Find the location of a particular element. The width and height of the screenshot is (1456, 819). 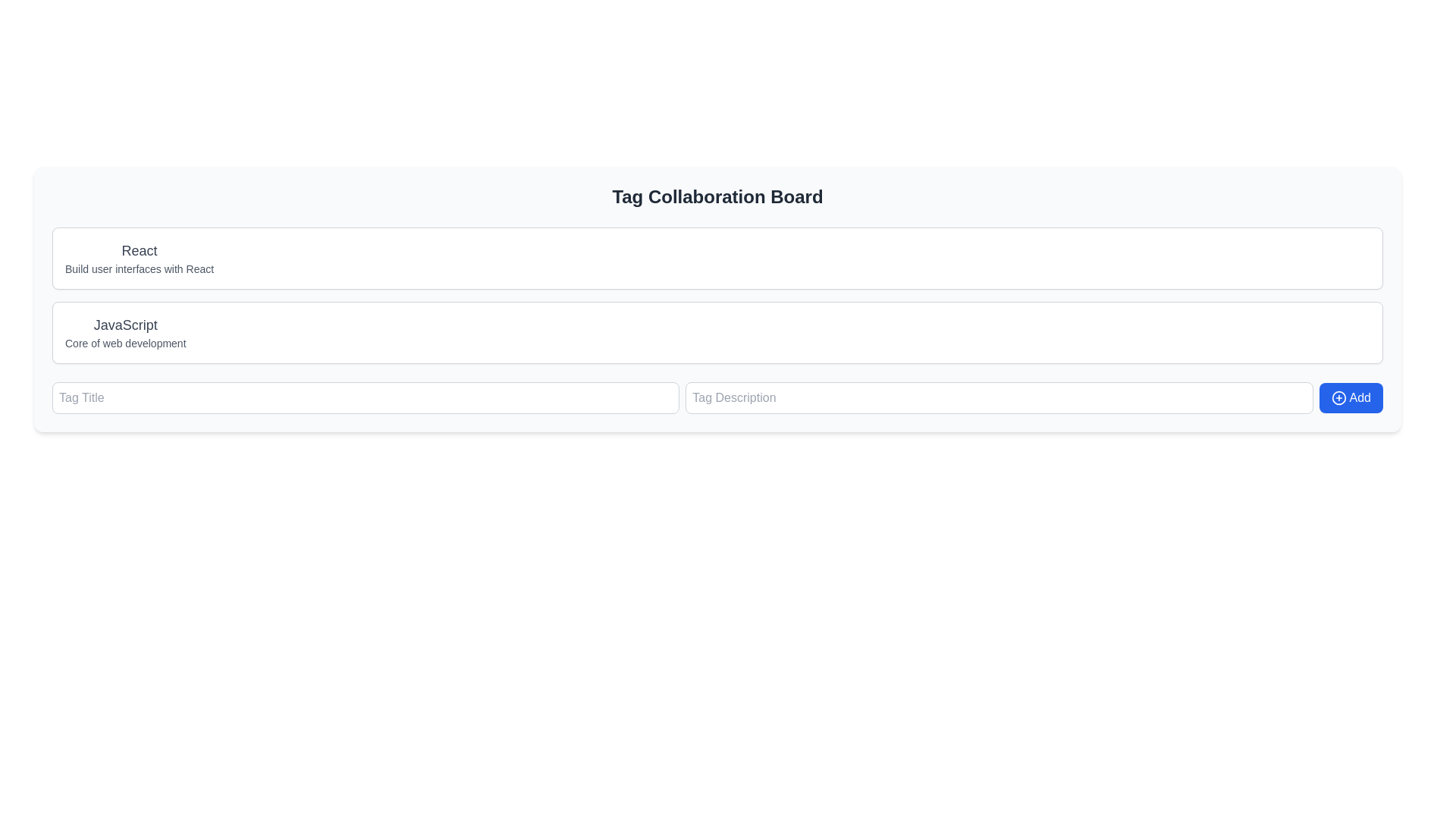

the blue rectangular 'Add' button with a white plus icon is located at coordinates (1351, 397).